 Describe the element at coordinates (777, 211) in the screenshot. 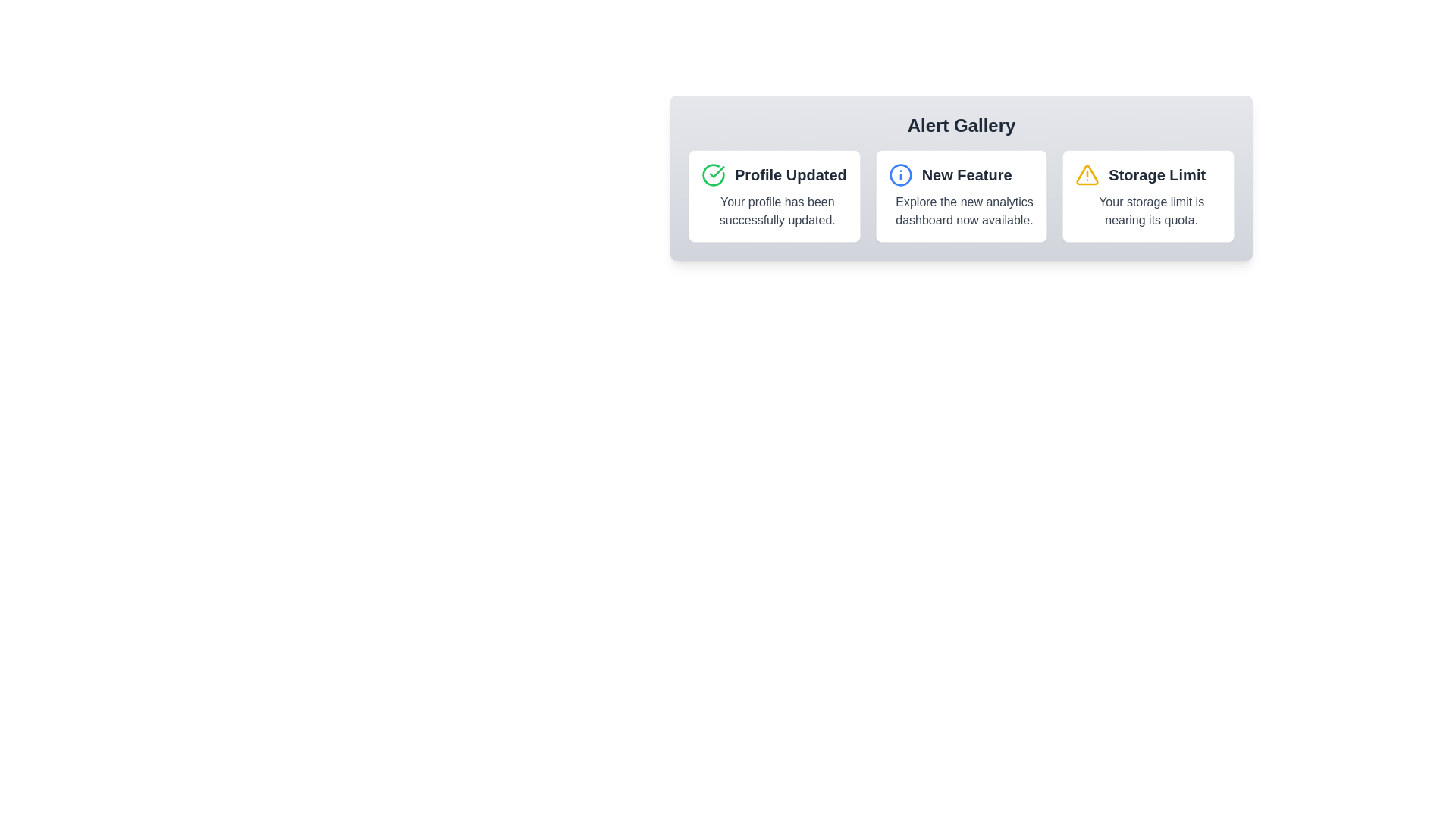

I see `message displayed in the text component that shows 'Your profile has been successfully updated.' located beneath the 'Profile Updated' title in the card layout` at that location.